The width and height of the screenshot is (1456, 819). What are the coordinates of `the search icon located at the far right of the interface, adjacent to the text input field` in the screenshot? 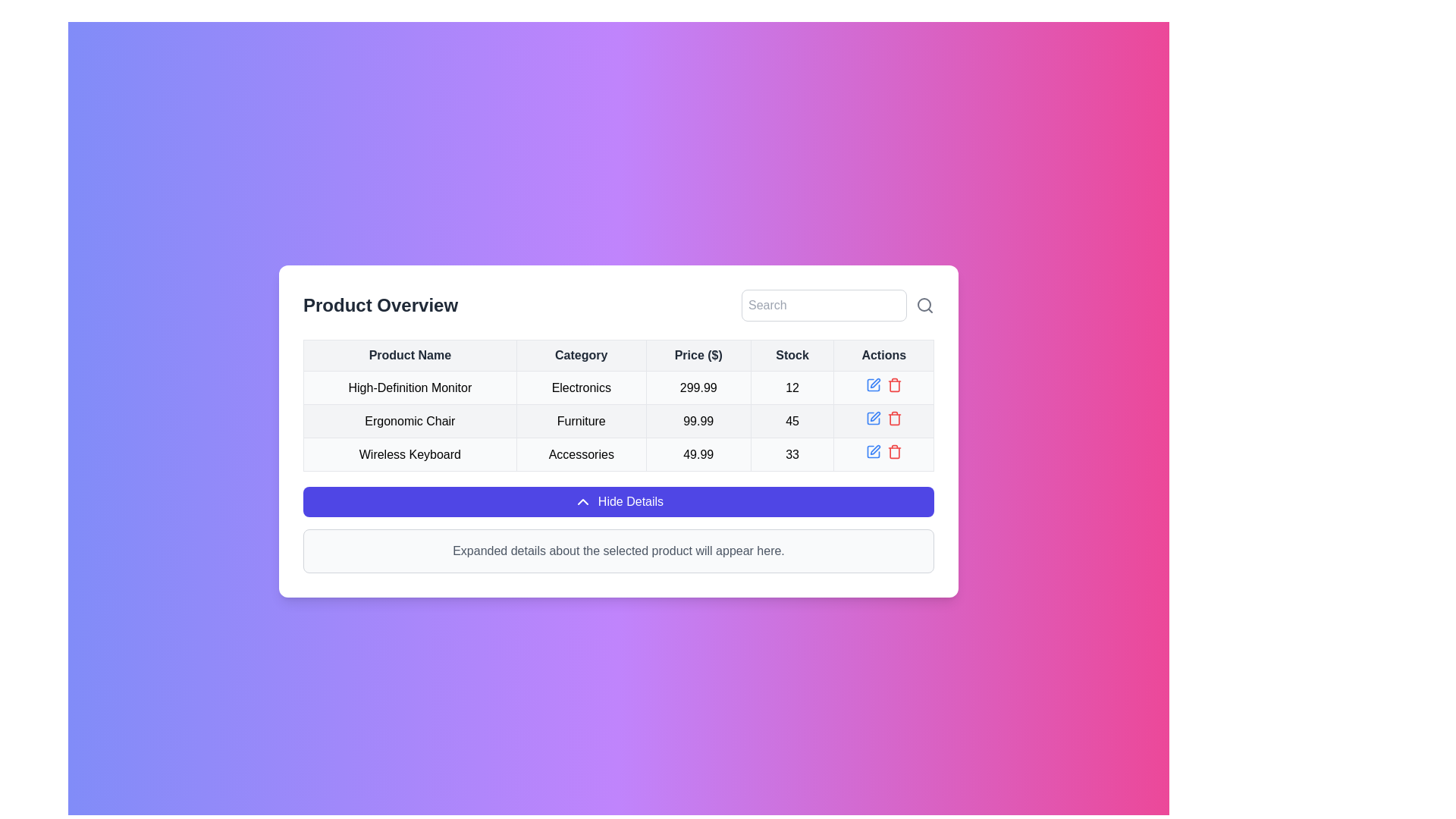 It's located at (924, 305).